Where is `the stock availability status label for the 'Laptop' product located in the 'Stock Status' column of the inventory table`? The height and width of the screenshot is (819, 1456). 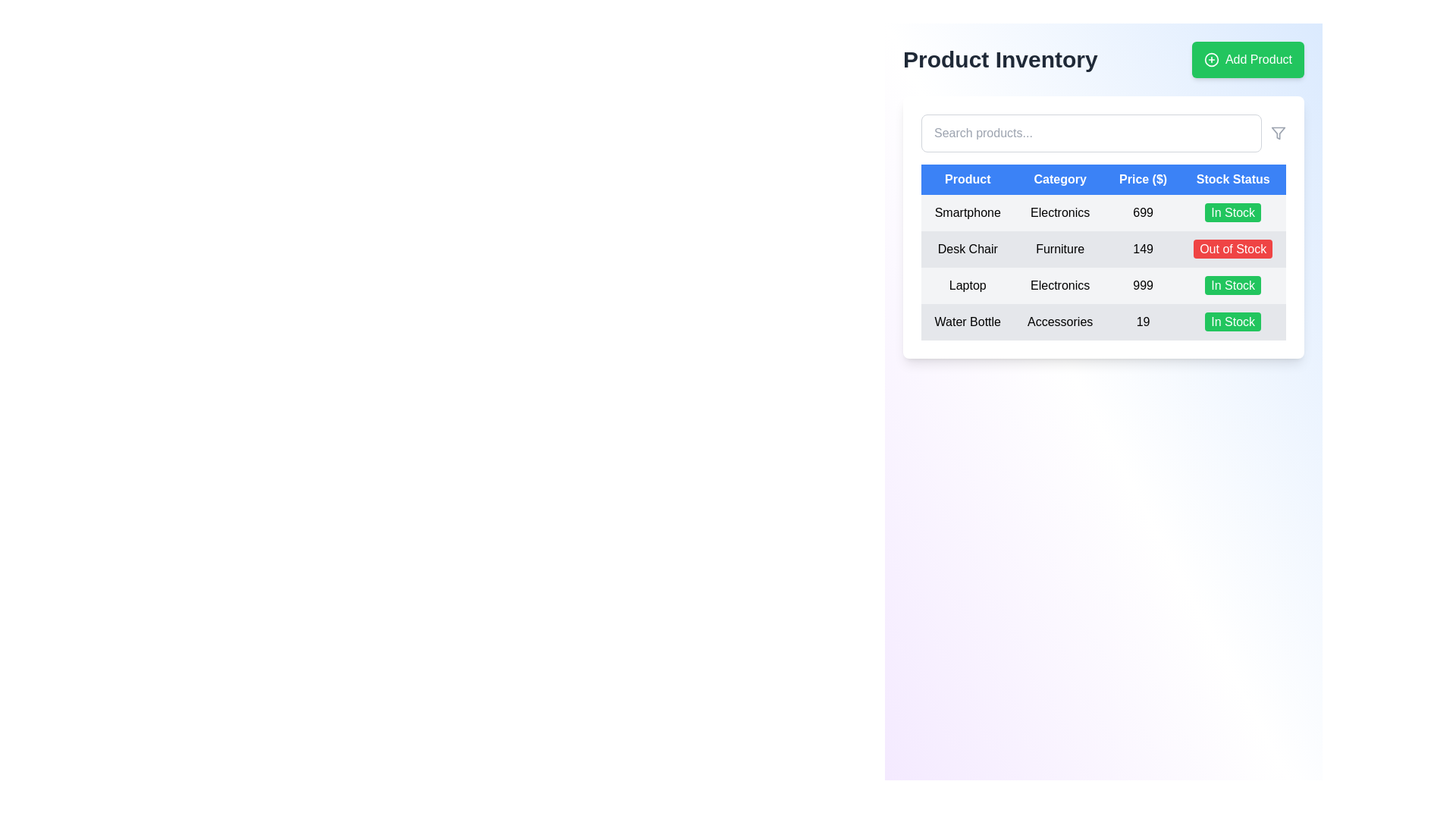
the stock availability status label for the 'Laptop' product located in the 'Stock Status' column of the inventory table is located at coordinates (1233, 285).